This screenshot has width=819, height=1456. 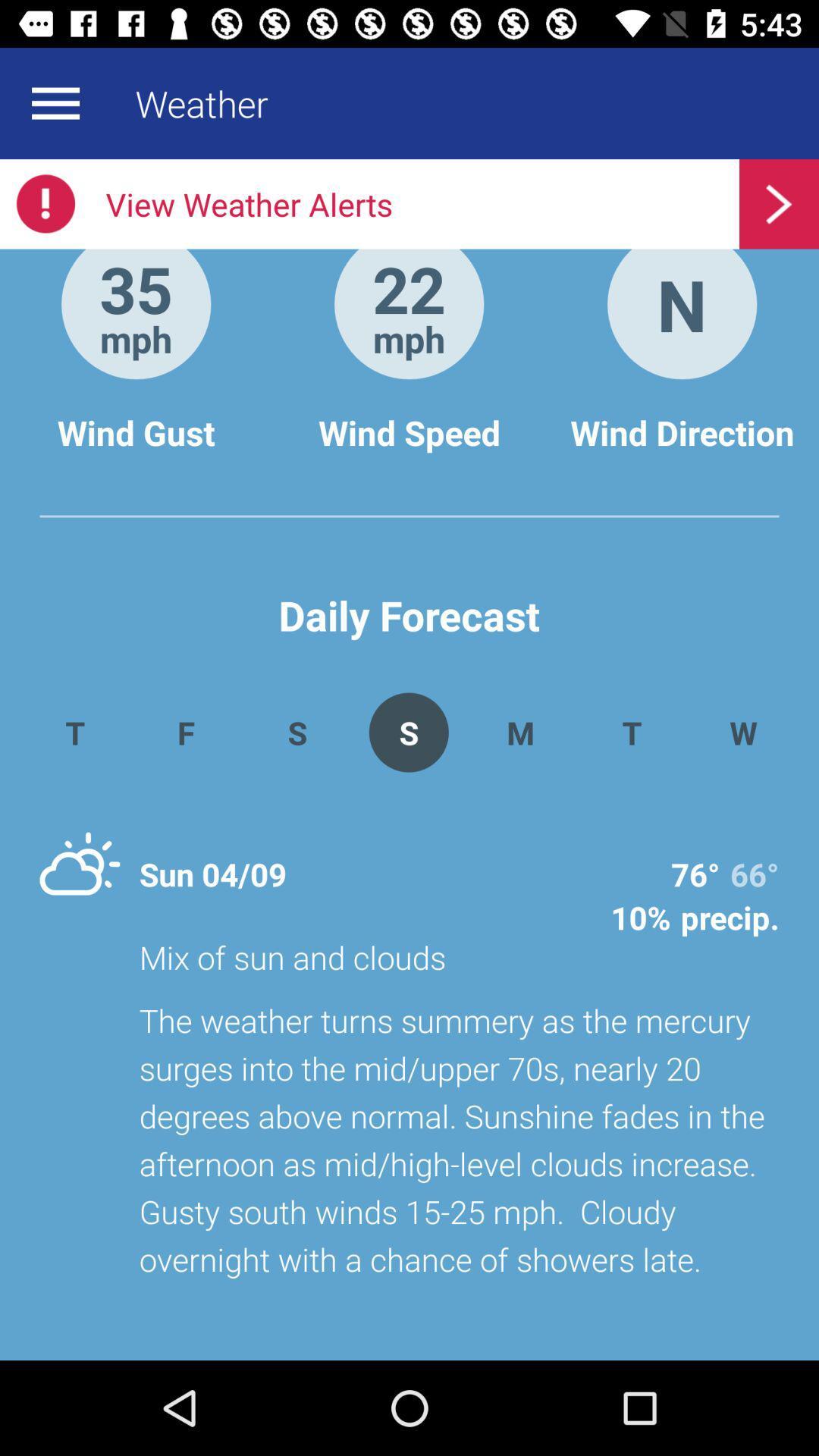 I want to click on the icon next to t icon, so click(x=519, y=732).